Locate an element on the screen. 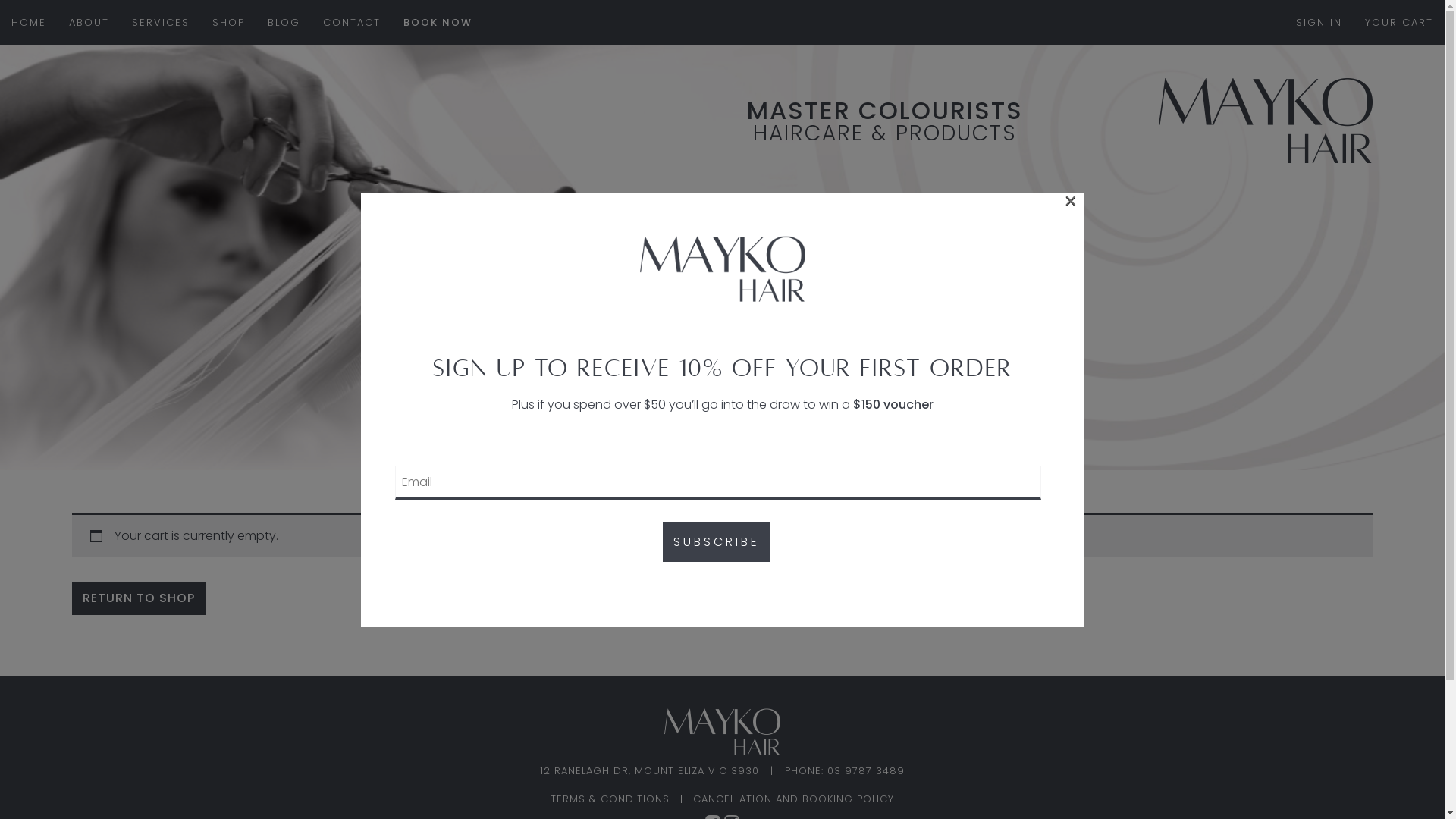  'ABOUT' is located at coordinates (88, 23).